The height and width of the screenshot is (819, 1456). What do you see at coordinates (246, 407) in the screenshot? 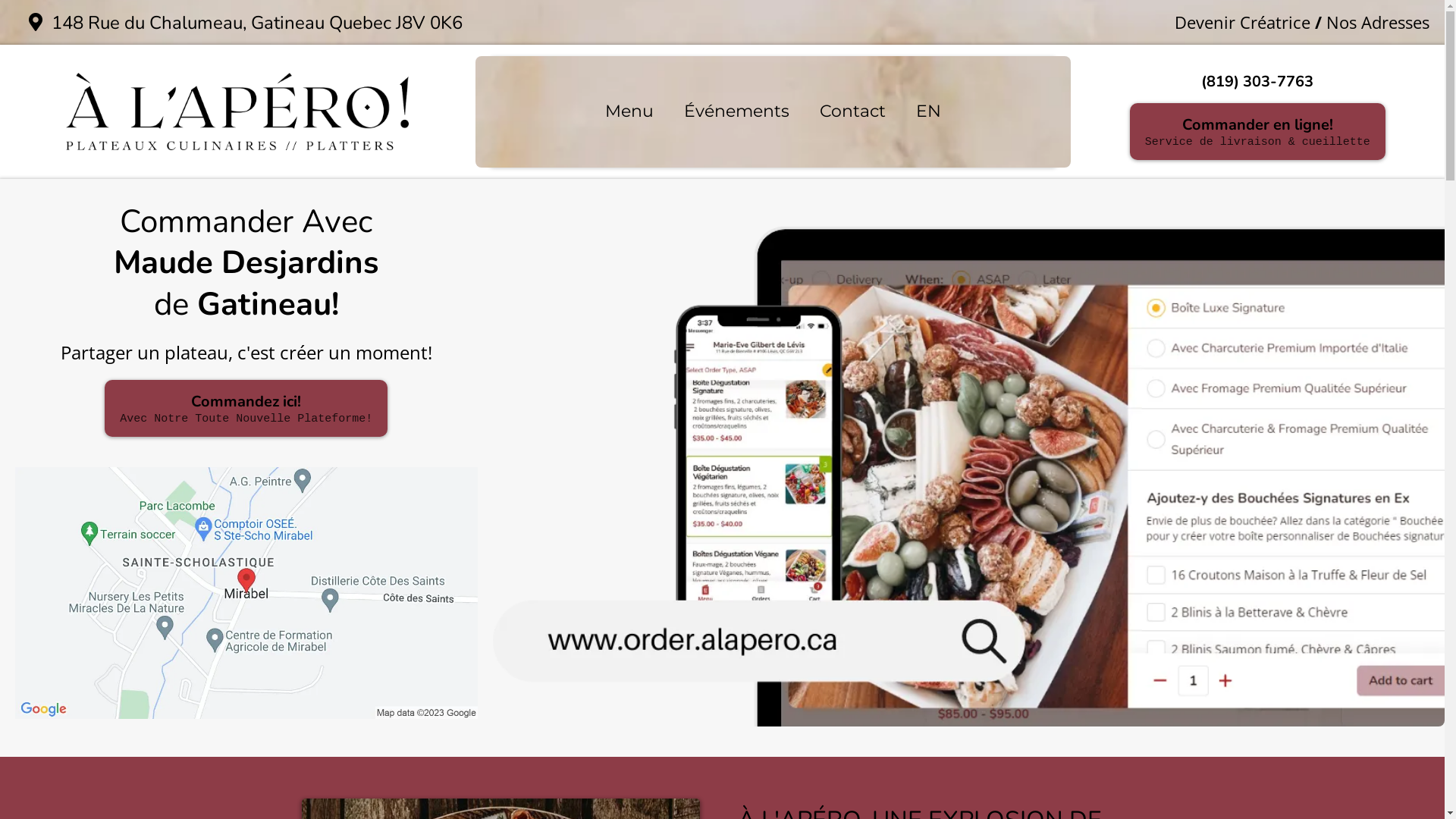
I see `'Commandez ici!` at bounding box center [246, 407].